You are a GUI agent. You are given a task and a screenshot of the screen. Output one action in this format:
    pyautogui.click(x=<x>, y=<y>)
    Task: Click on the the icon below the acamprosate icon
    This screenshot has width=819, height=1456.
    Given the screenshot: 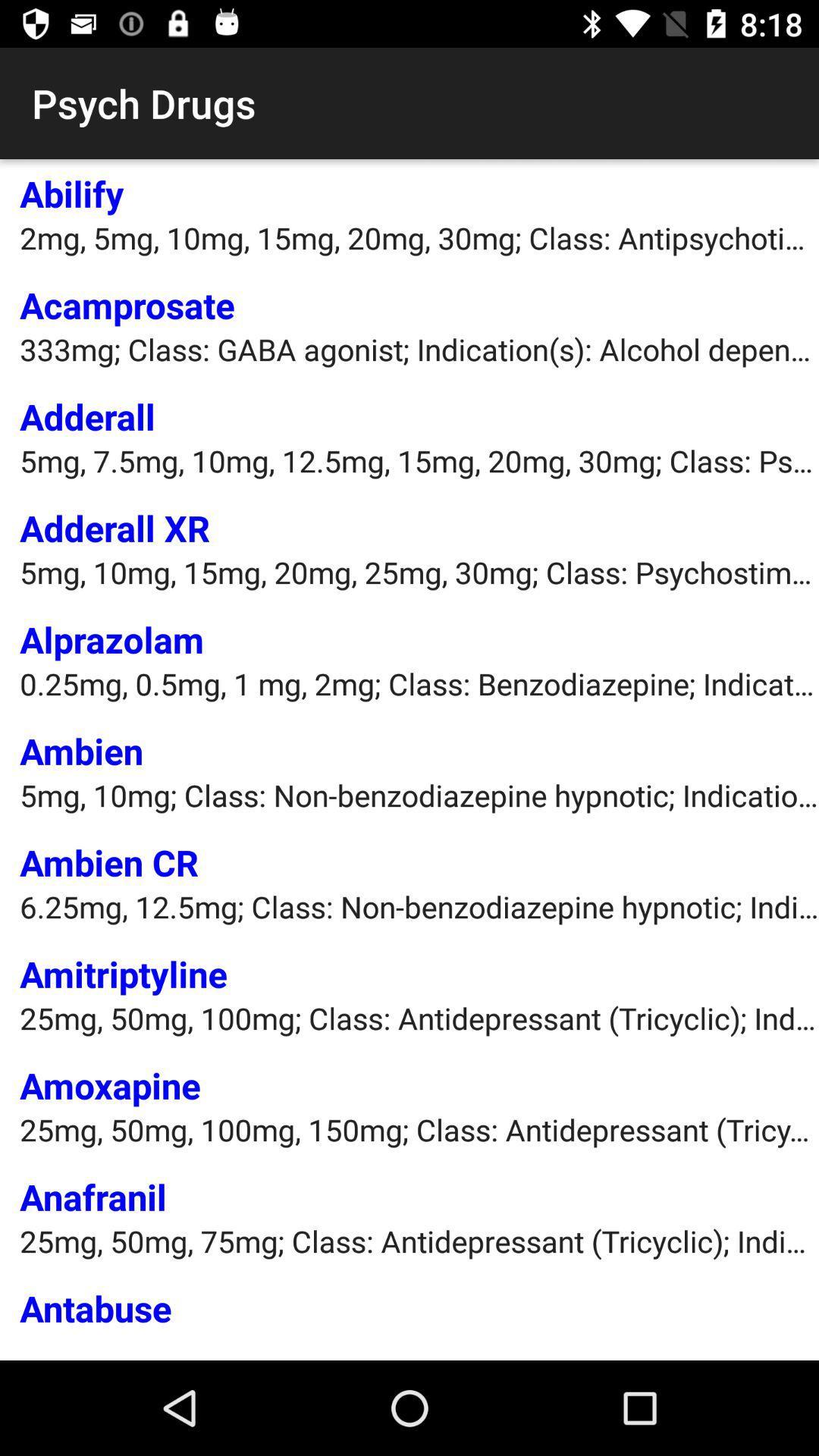 What is the action you would take?
    pyautogui.click(x=419, y=348)
    